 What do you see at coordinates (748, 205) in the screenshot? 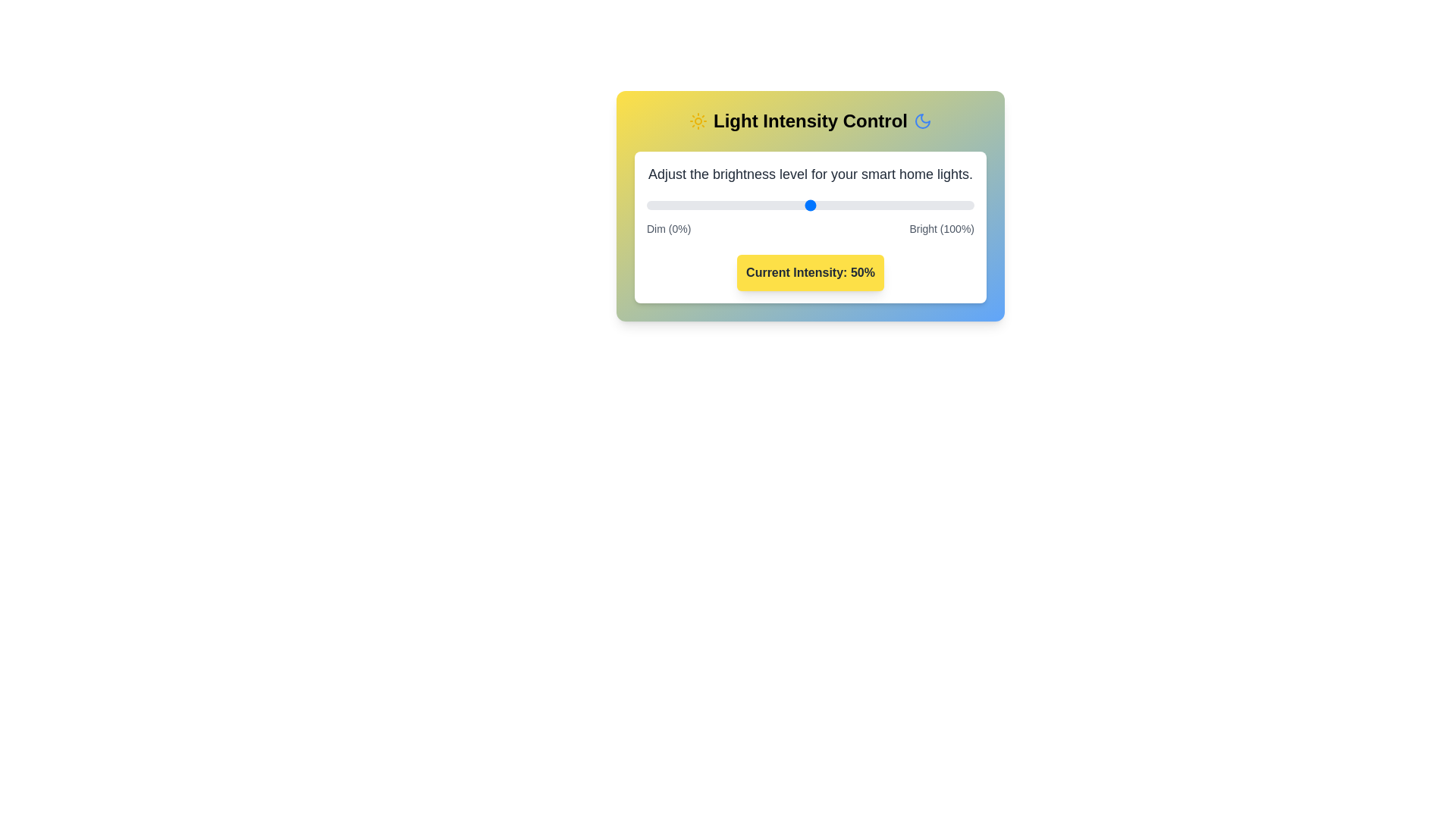
I see `the light intensity to 31% by dragging the slider` at bounding box center [748, 205].